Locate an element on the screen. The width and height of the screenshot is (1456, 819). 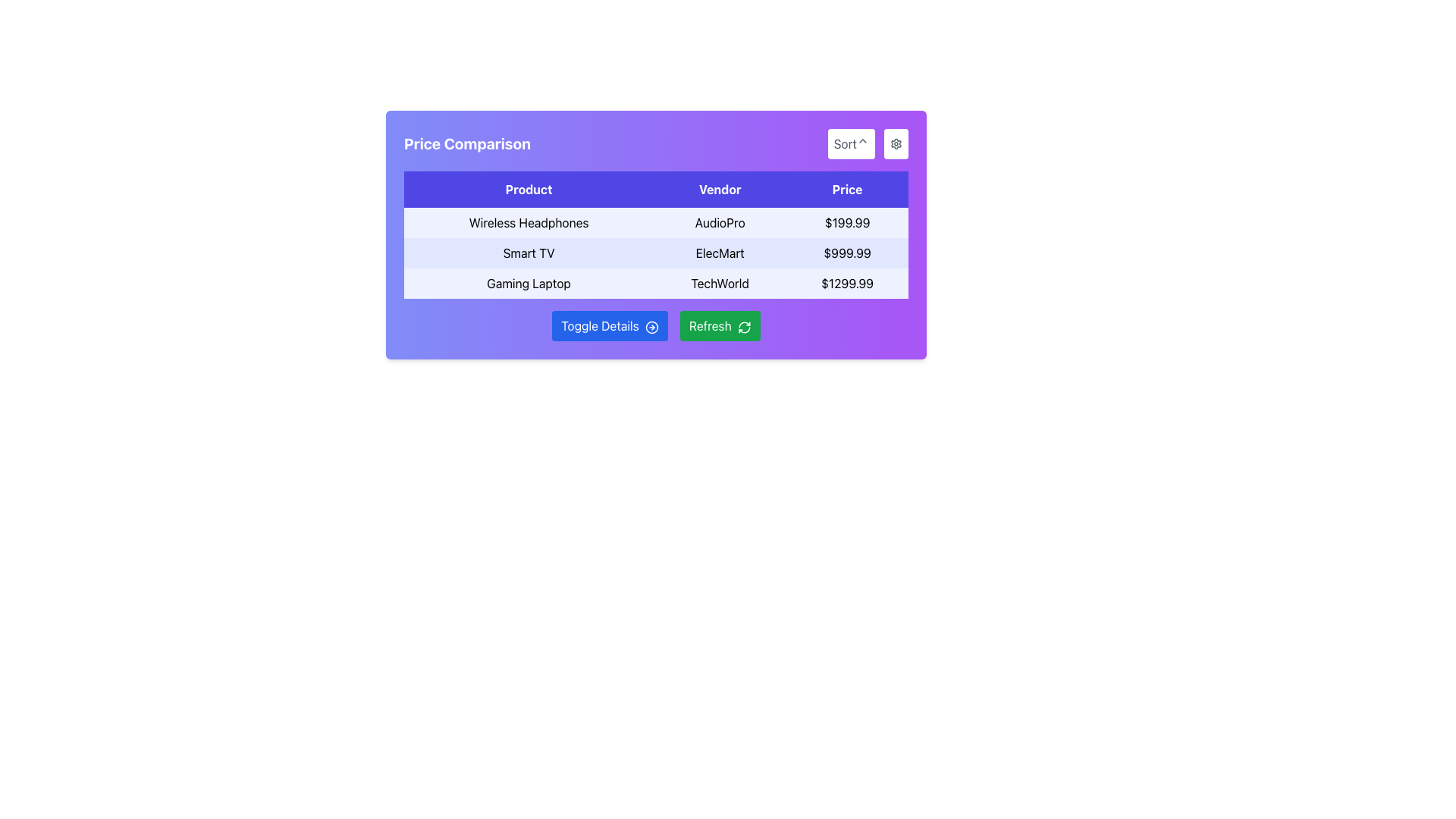
the blue button labeled 'Toggle Details' with a white text and an icon on the right is located at coordinates (610, 325).